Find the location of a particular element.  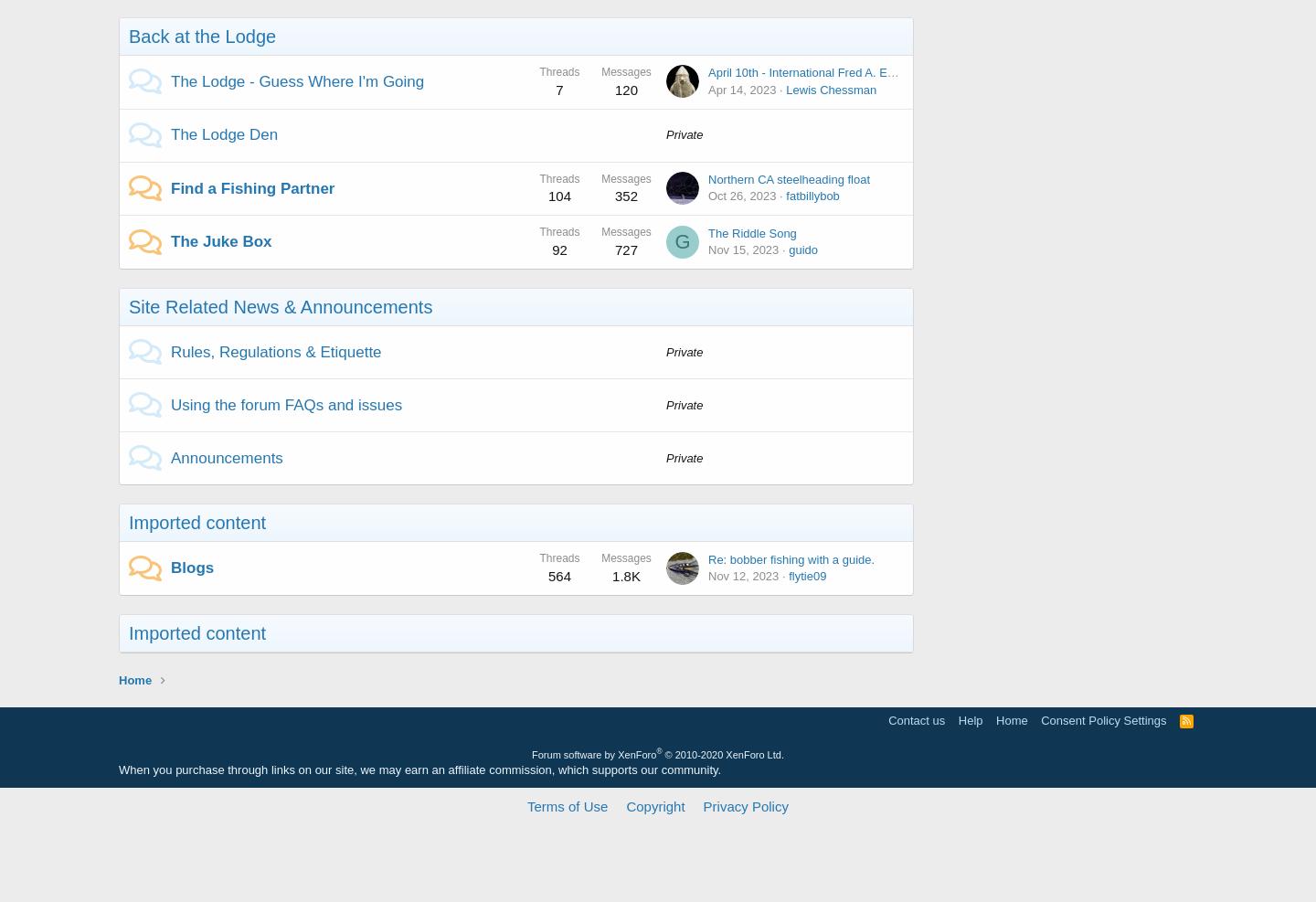

'The Lodge - Guess Where I'm Going' is located at coordinates (297, 80).